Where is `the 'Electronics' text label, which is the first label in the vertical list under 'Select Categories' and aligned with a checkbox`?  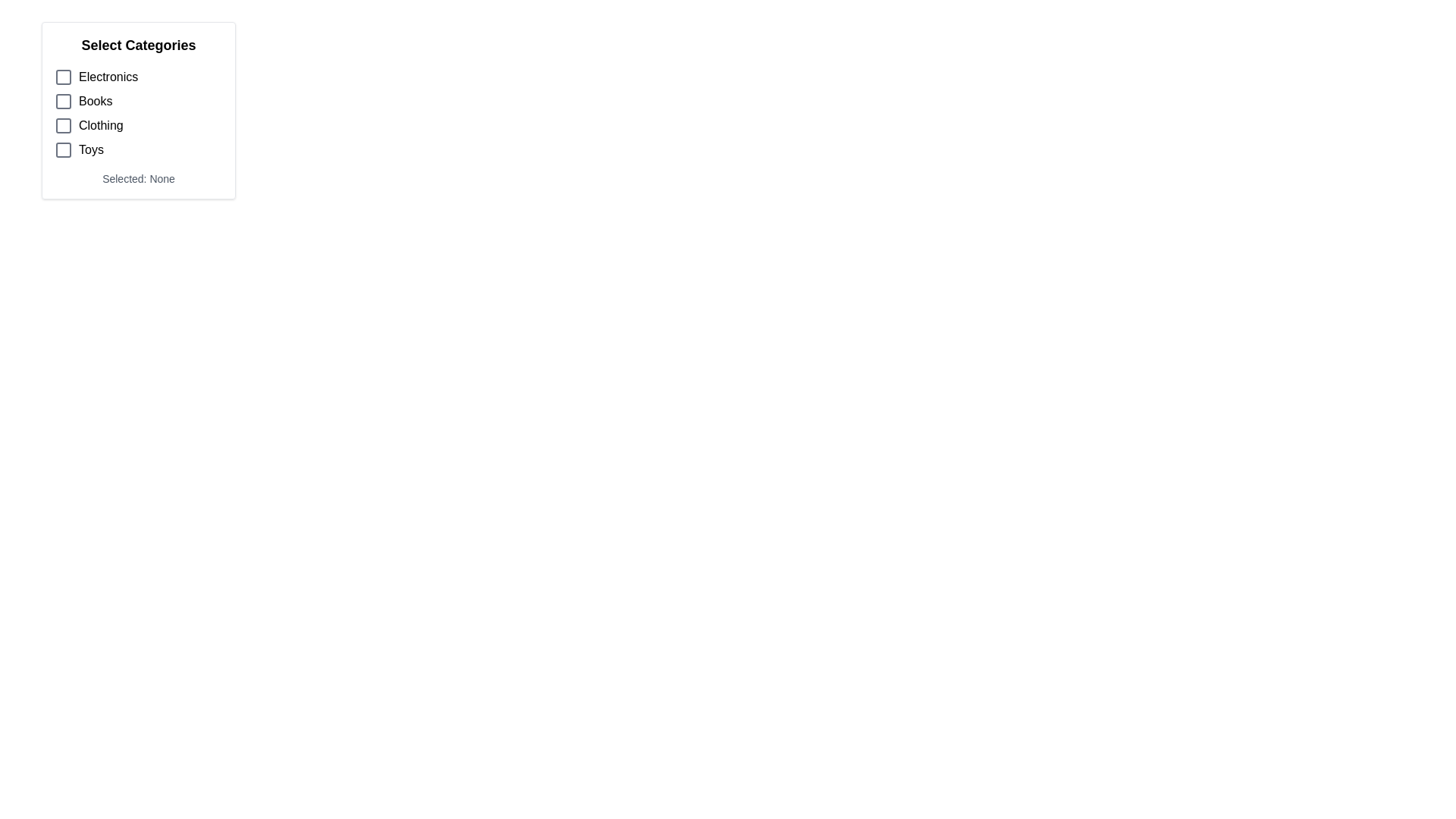 the 'Electronics' text label, which is the first label in the vertical list under 'Select Categories' and aligned with a checkbox is located at coordinates (108, 77).